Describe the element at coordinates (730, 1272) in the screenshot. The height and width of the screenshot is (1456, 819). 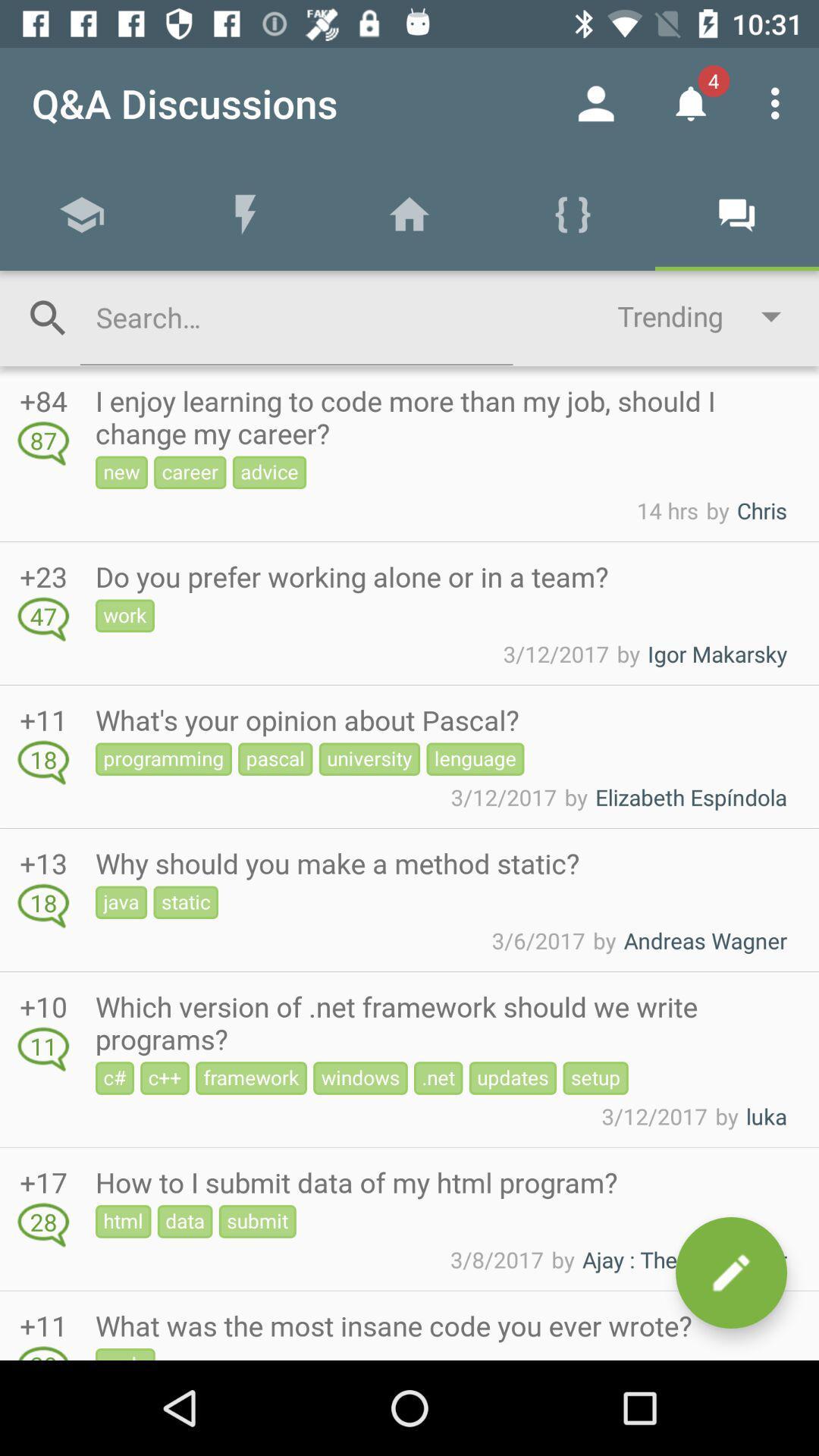
I see `comment icon` at that location.